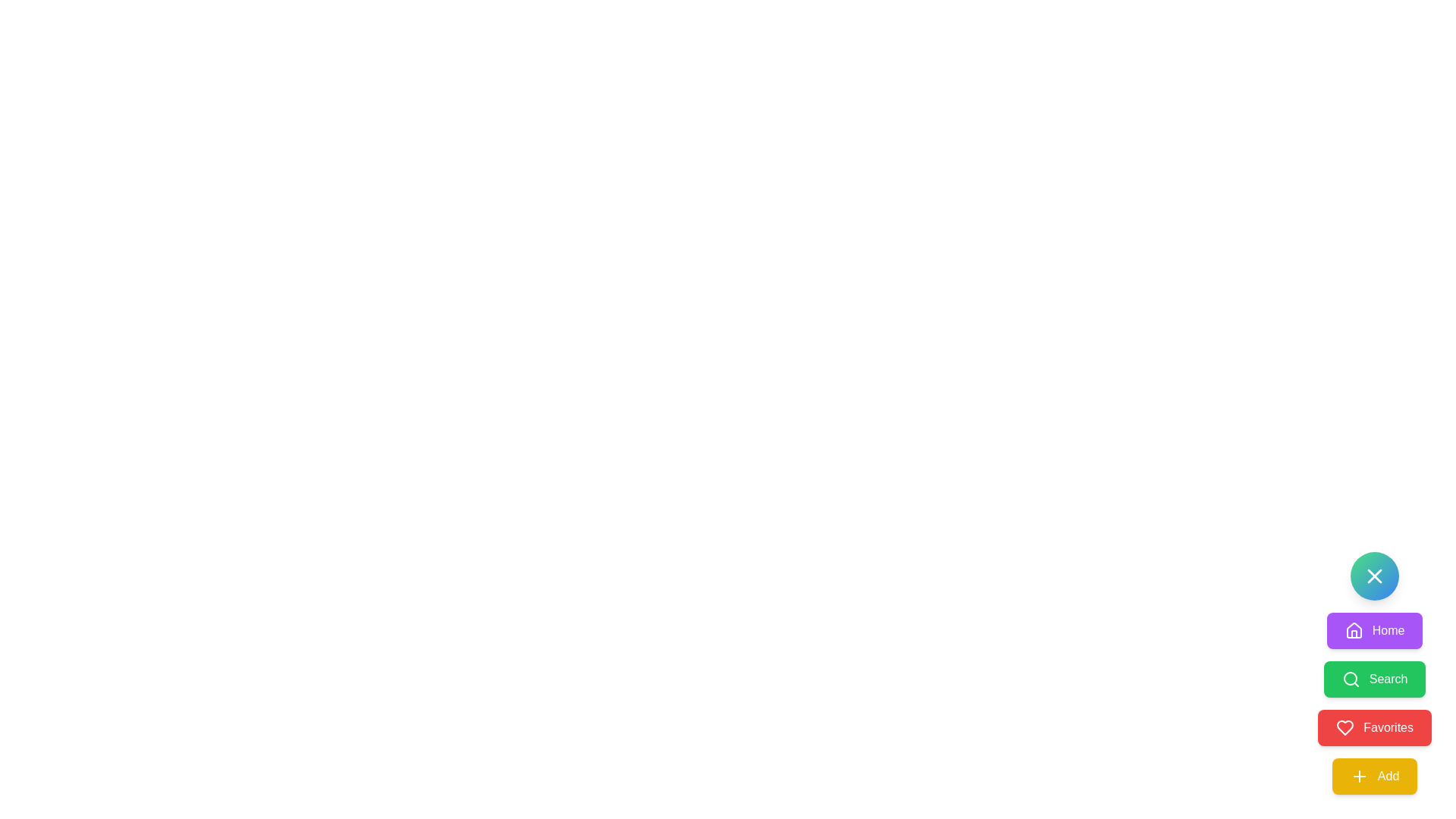  I want to click on the small yellow plus icon within the 'Add' button, which has a yellow background and white text labeled 'Add', located at the bottom of a vertical stack of buttons on the right side of the interface, so click(1359, 776).